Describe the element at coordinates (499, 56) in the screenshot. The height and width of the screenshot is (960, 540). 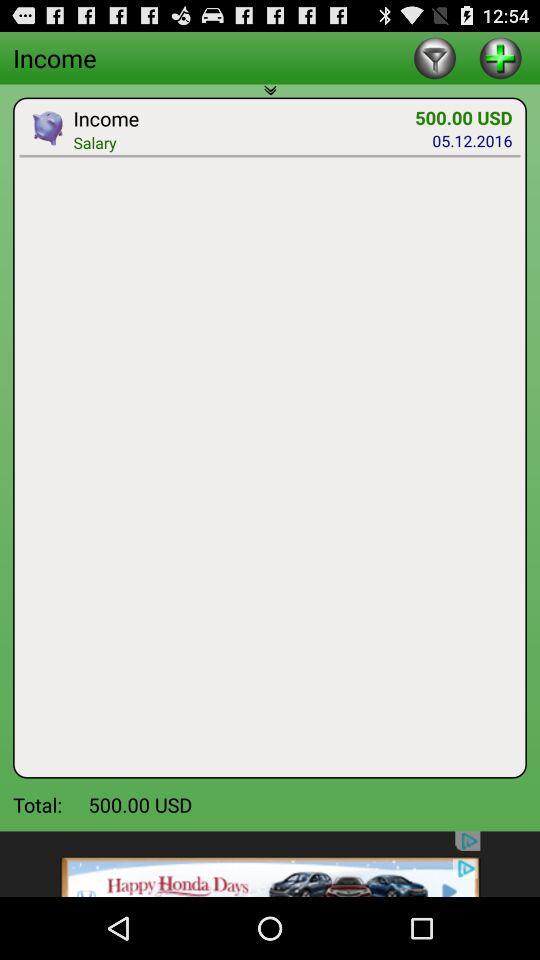
I see `information` at that location.